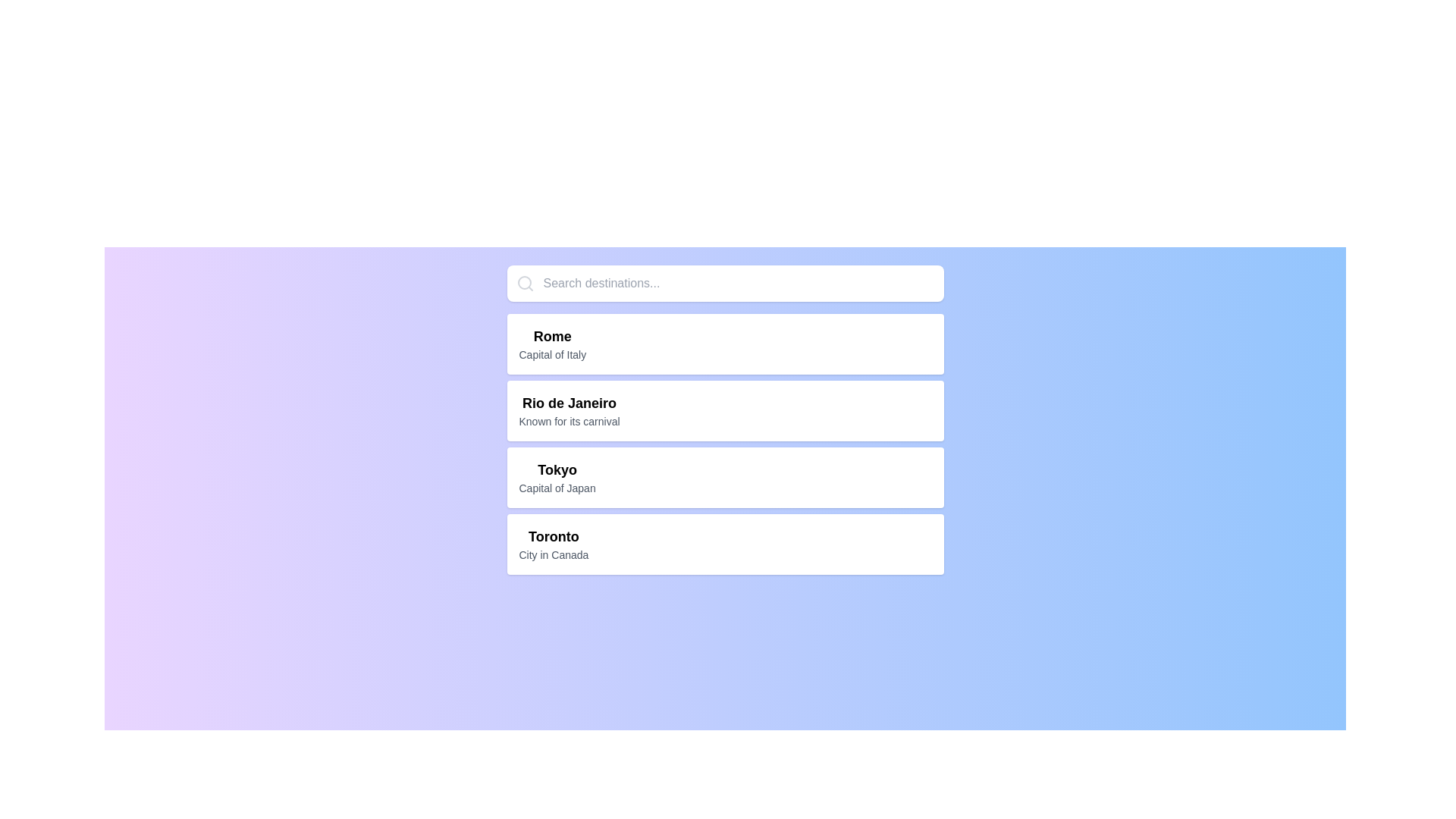  I want to click on text content of the label displaying 'Toronto' in the fourth entry of the destination list, which is aligned at the top of the entry and centered horizontally above 'City in Canada', so click(553, 536).